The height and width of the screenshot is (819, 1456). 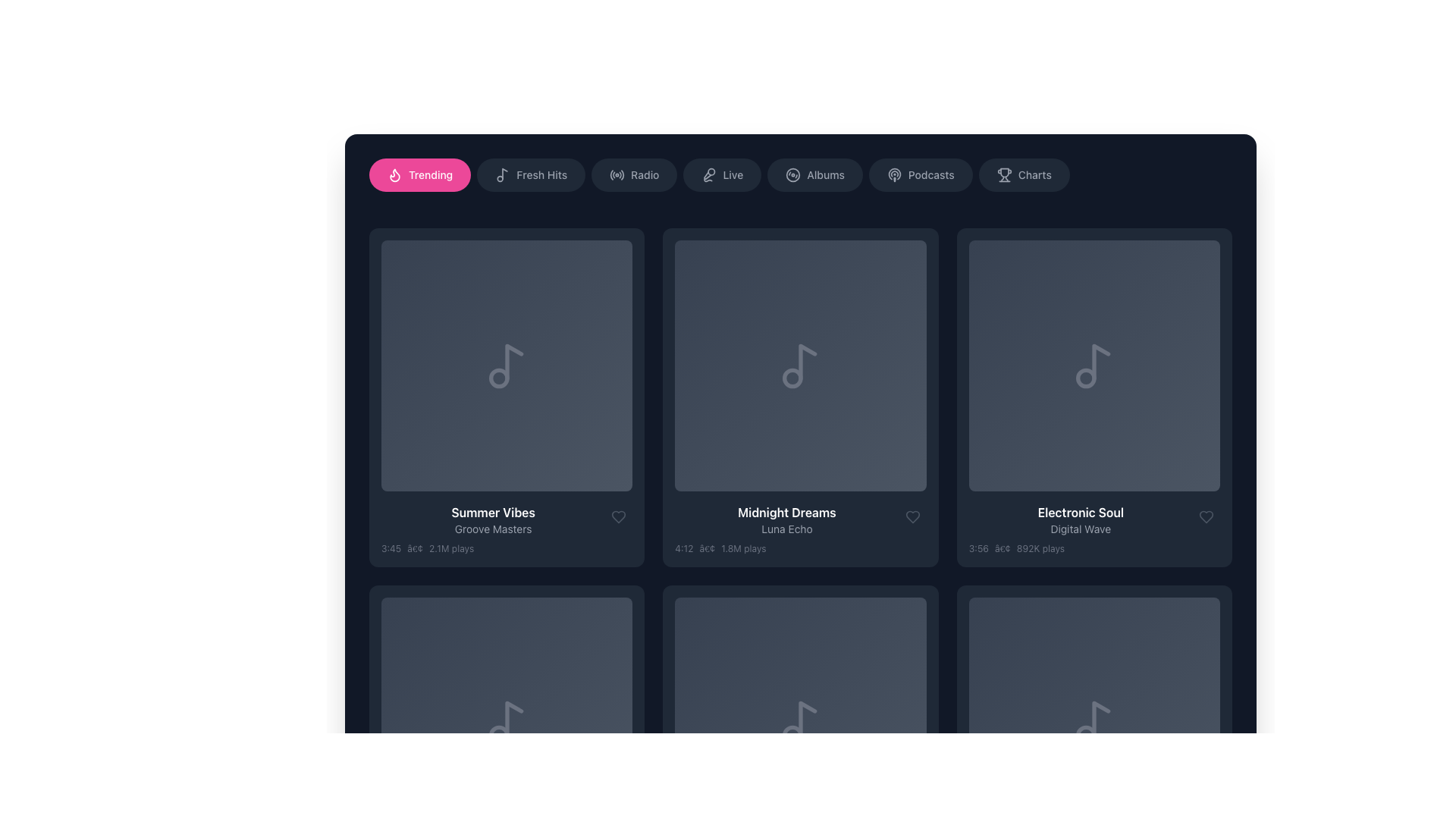 I want to click on the music note icon associated with the 'Fresh Hits' label, so click(x=503, y=174).